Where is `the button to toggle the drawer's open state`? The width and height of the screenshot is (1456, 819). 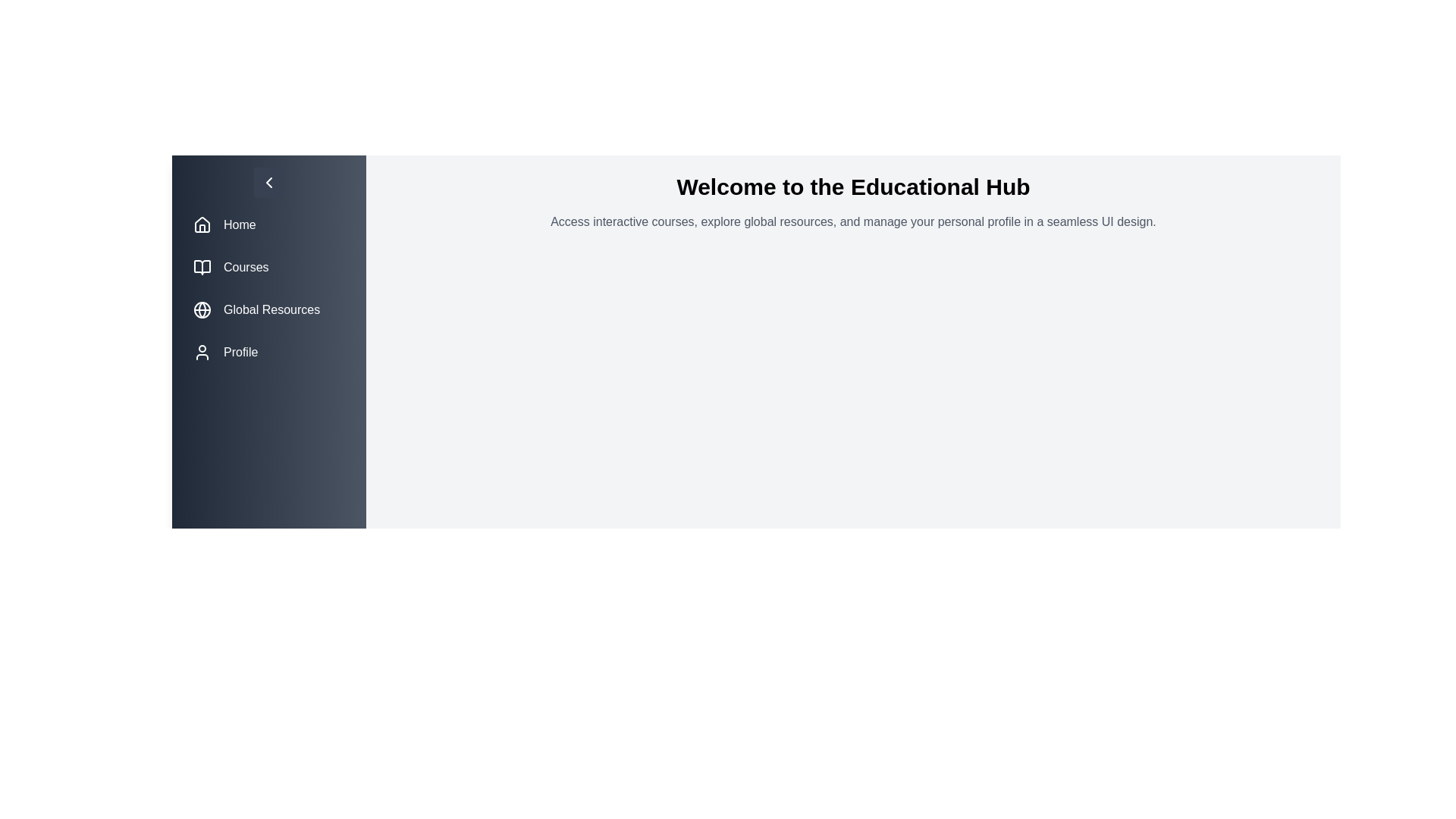 the button to toggle the drawer's open state is located at coordinates (269, 181).